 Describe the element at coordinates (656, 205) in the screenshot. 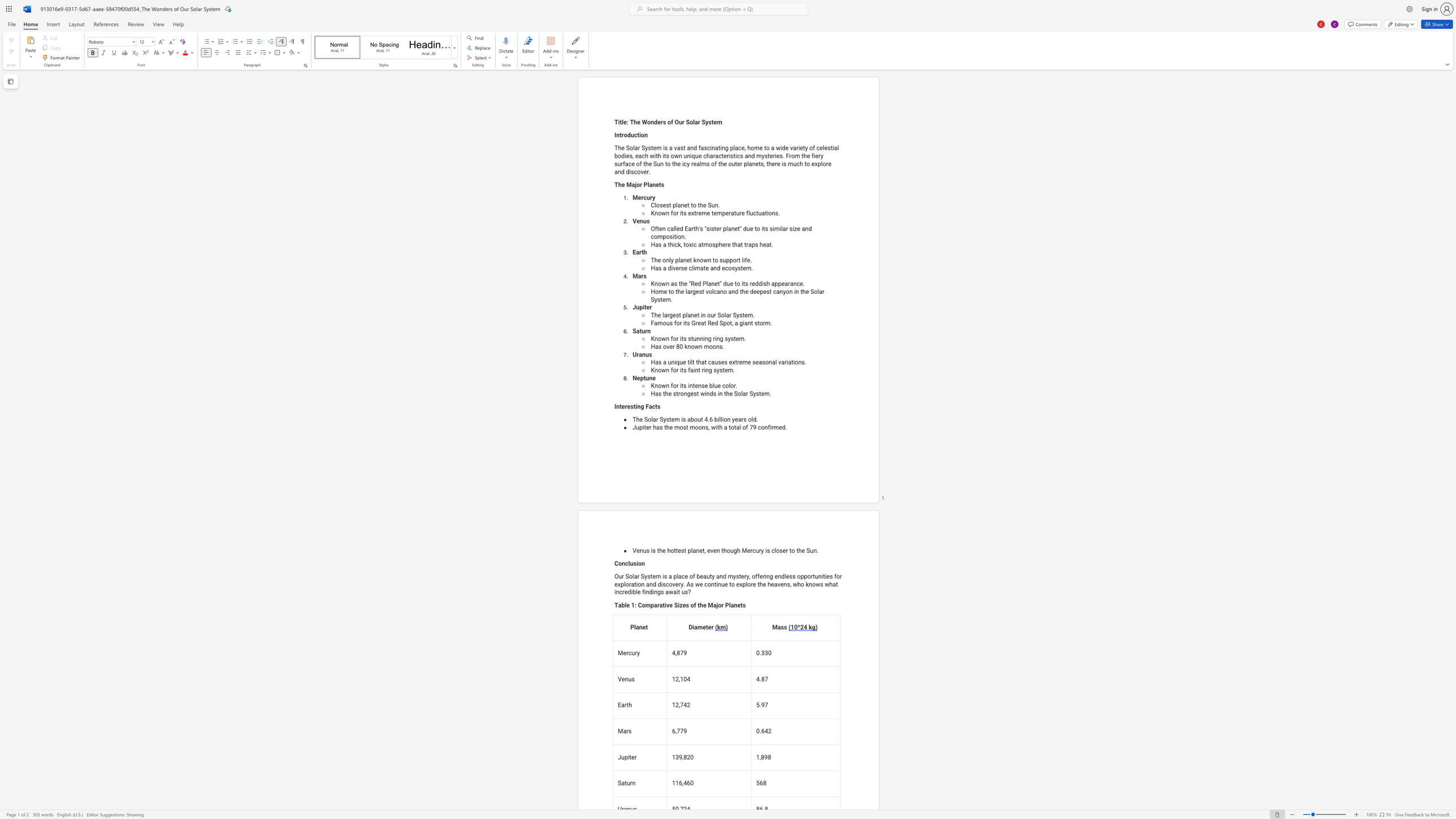

I see `the subset text "osest pla" within the text "Closest planet to the Sun."` at that location.